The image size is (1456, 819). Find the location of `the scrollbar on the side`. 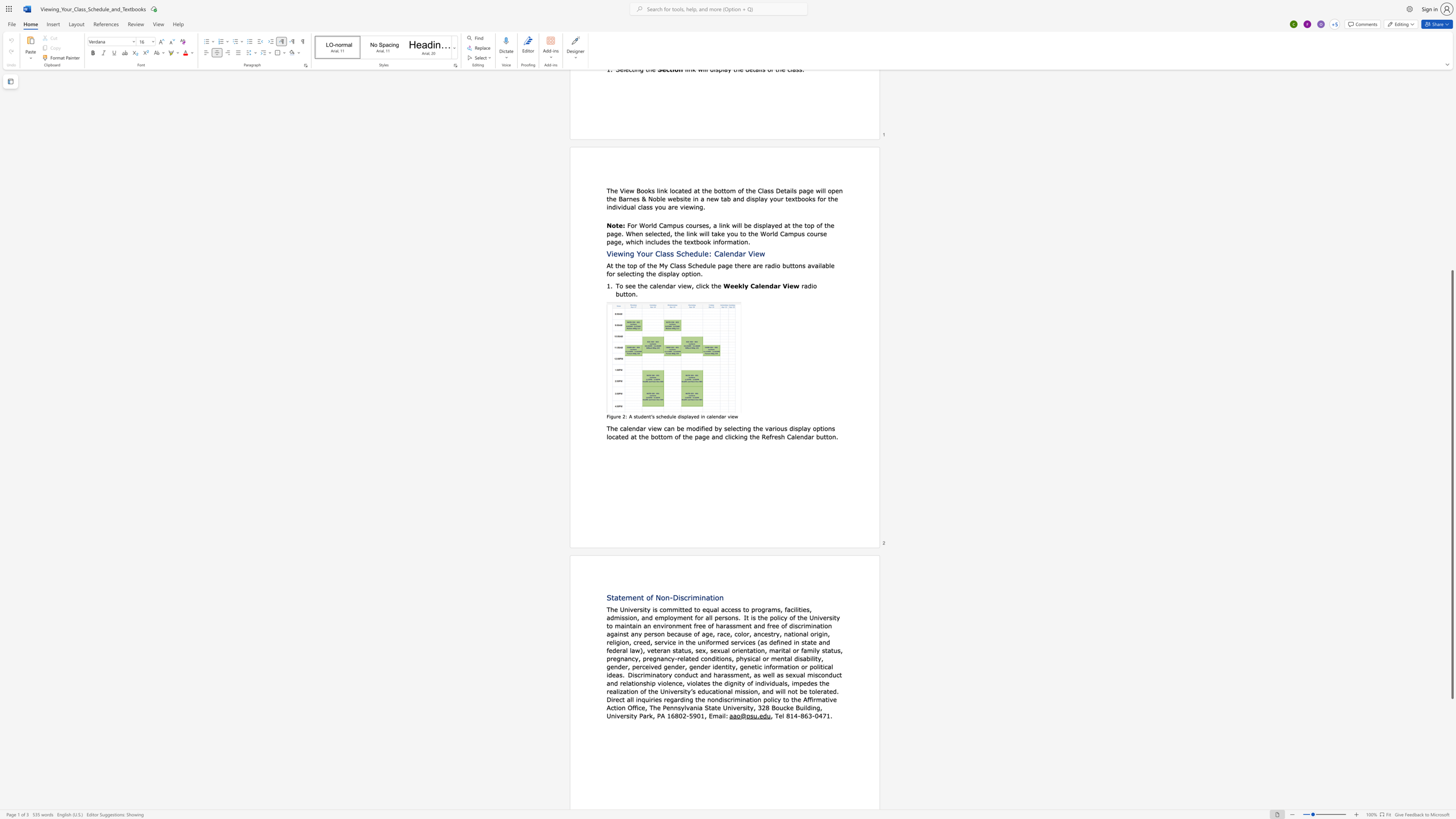

the scrollbar on the side is located at coordinates (1451, 234).